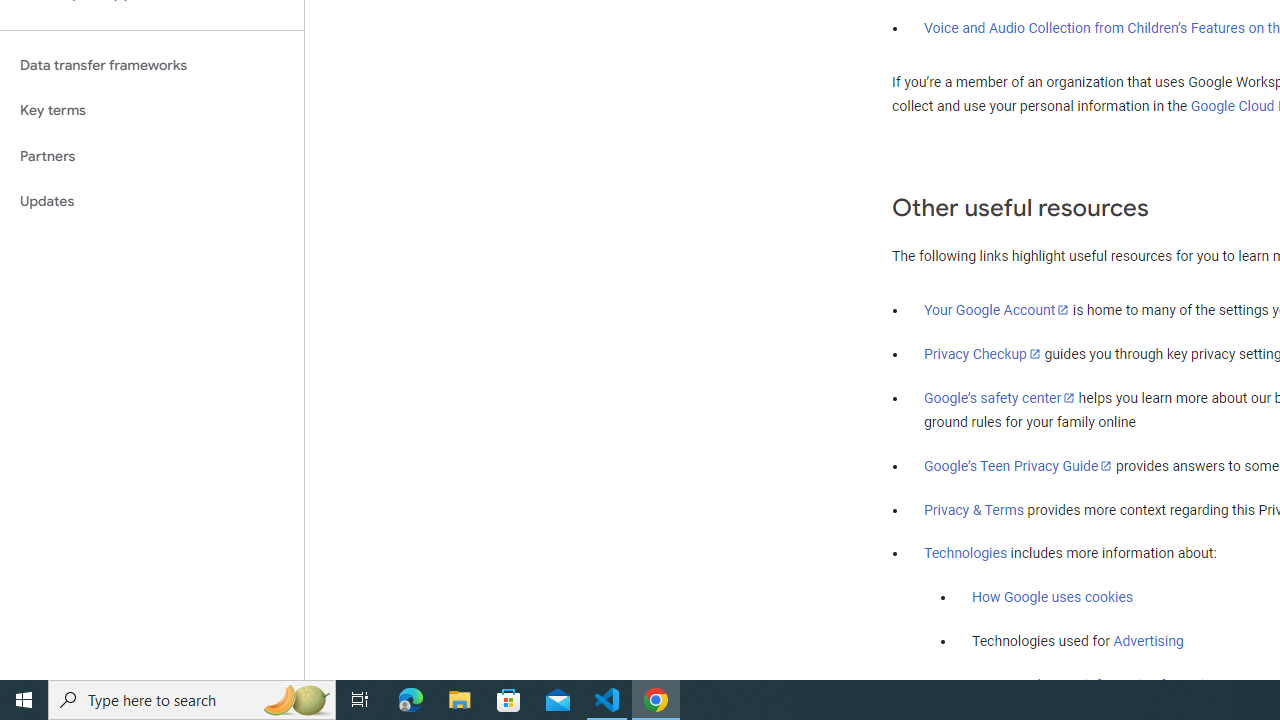  I want to click on 'Privacy Checkup', so click(982, 352).